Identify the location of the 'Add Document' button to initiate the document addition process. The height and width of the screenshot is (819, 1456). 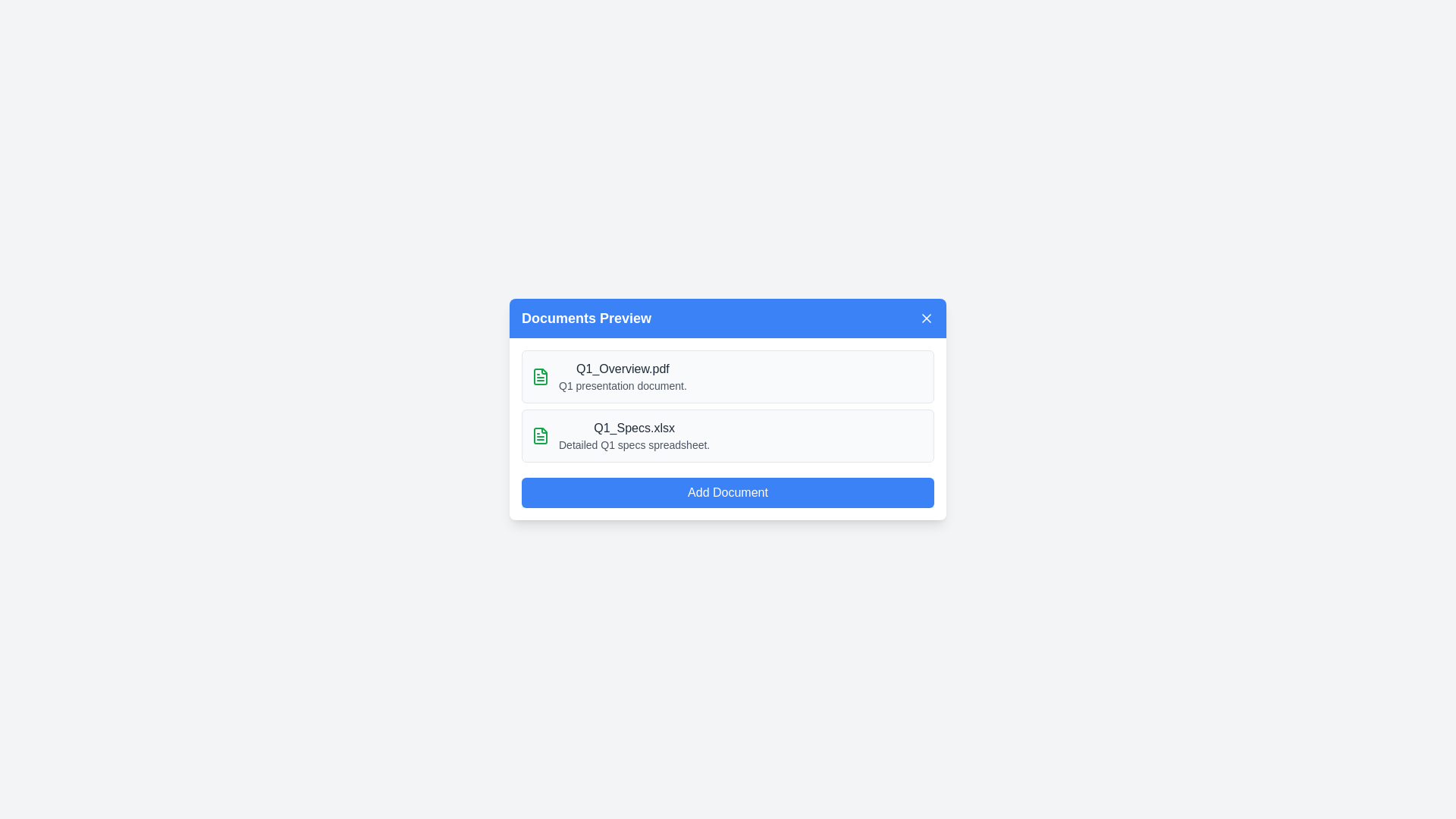
(728, 493).